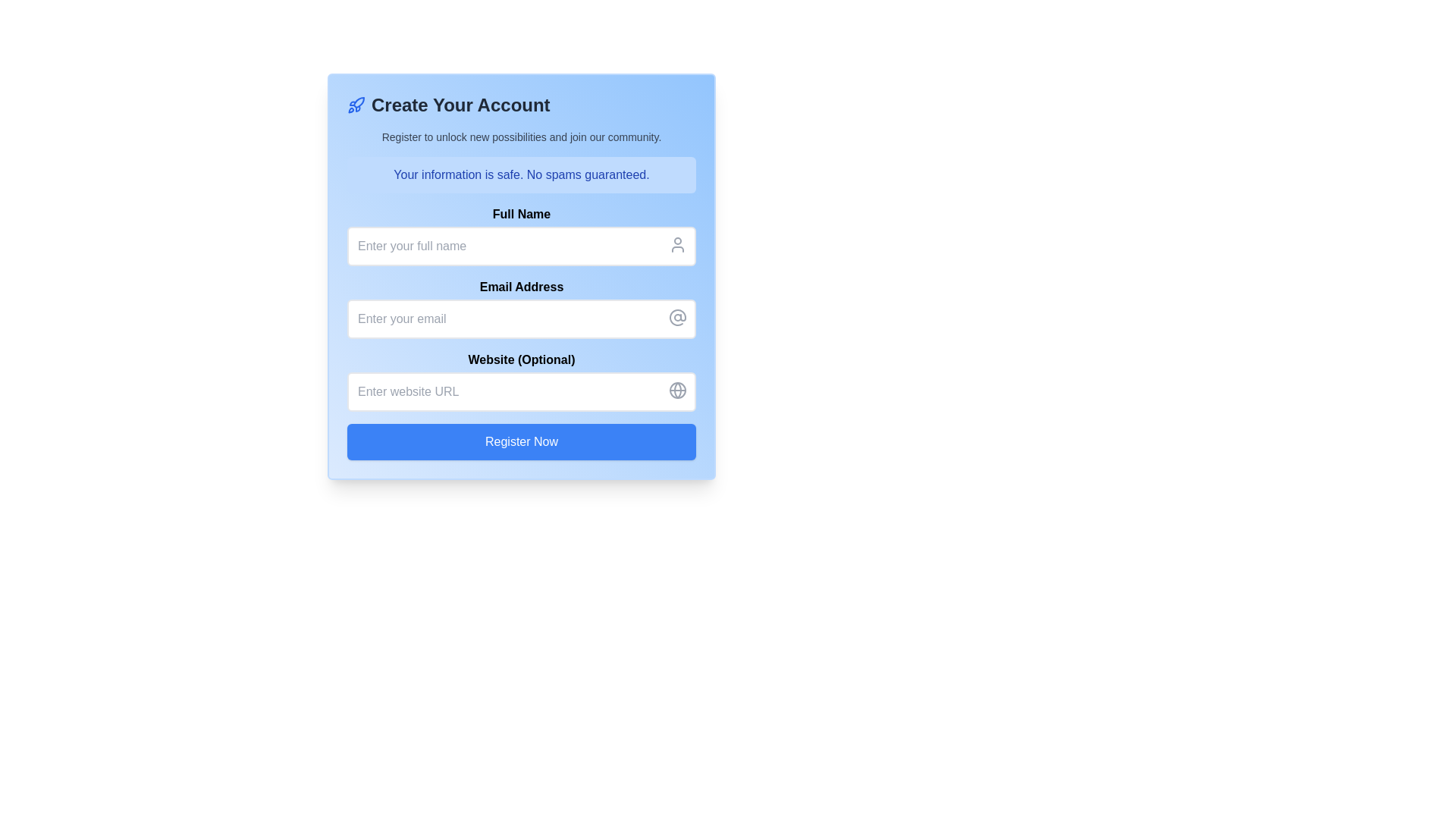  I want to click on the email-related icon located to the right of the 'Email Address' input field, which serves as a visual representation providing contextual assistance, so click(676, 317).